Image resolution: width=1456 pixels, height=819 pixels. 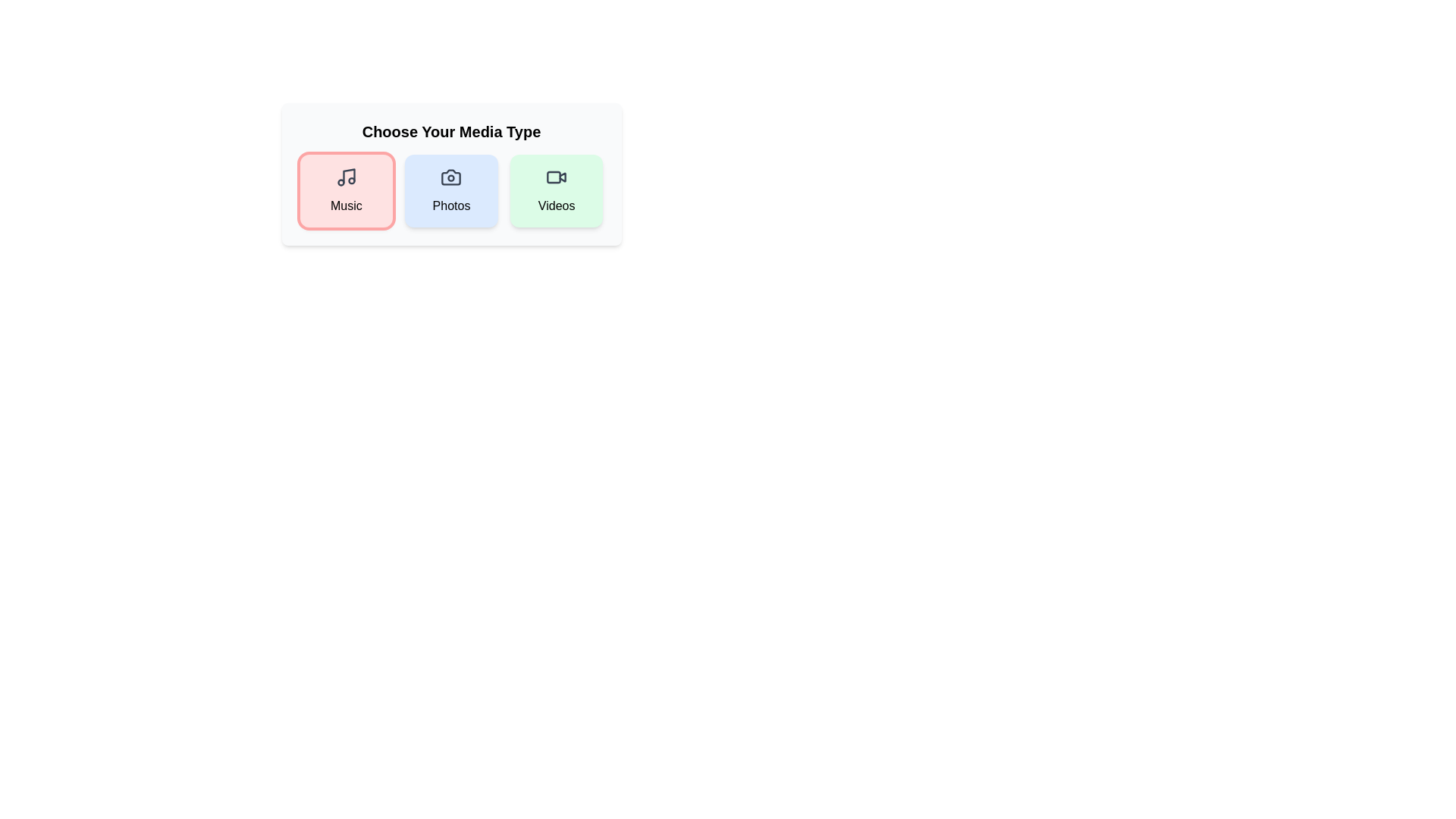 What do you see at coordinates (450, 190) in the screenshot?
I see `the 'Photos' button in the grid of selection buttons labeled 'Music', 'Photos', and 'Videos' by moving the cursor to its center` at bounding box center [450, 190].